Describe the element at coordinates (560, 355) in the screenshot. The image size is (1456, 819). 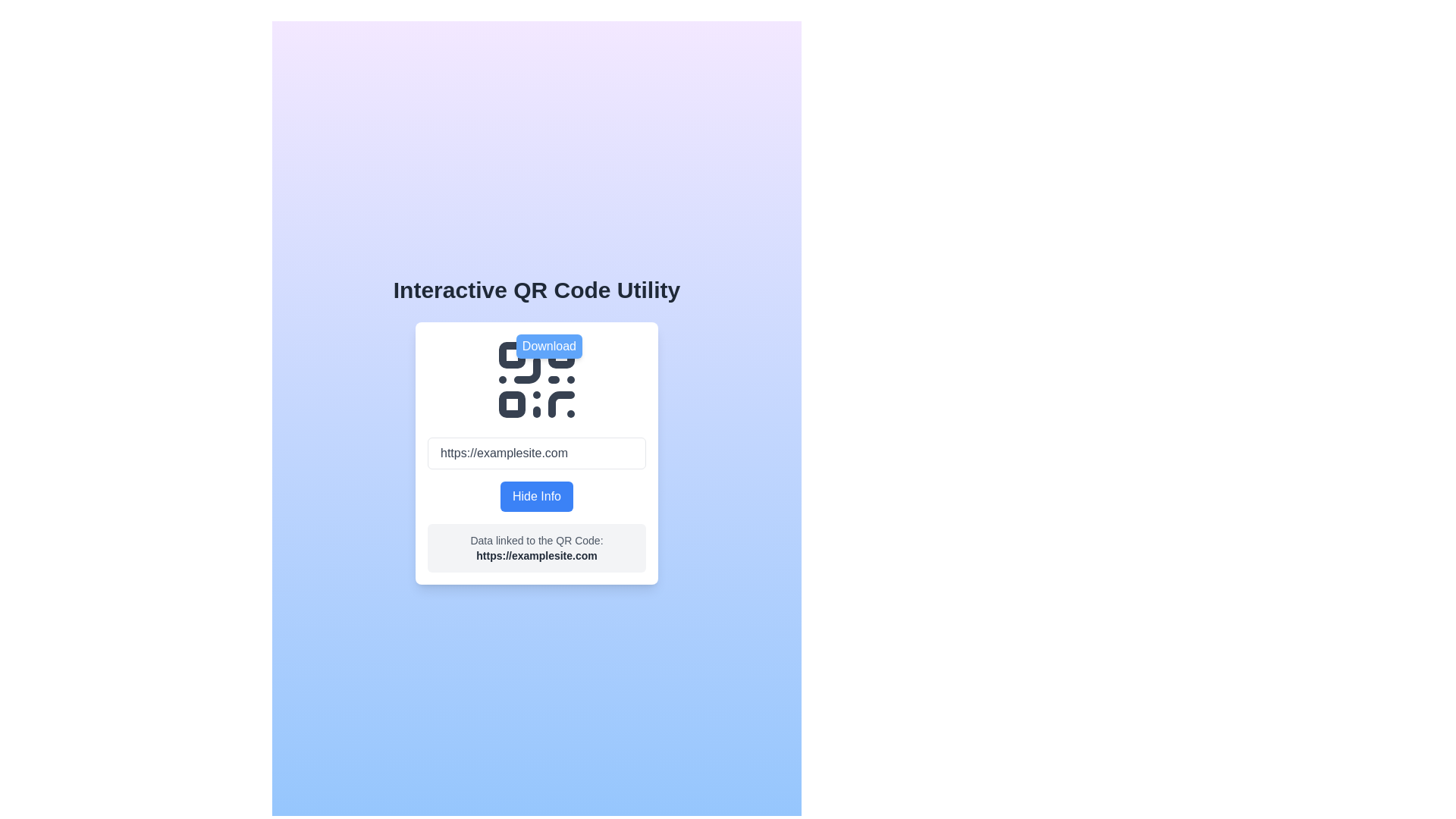
I see `the second square with rounded corners within the QR code graphic, located in the top-right of the pattern` at that location.